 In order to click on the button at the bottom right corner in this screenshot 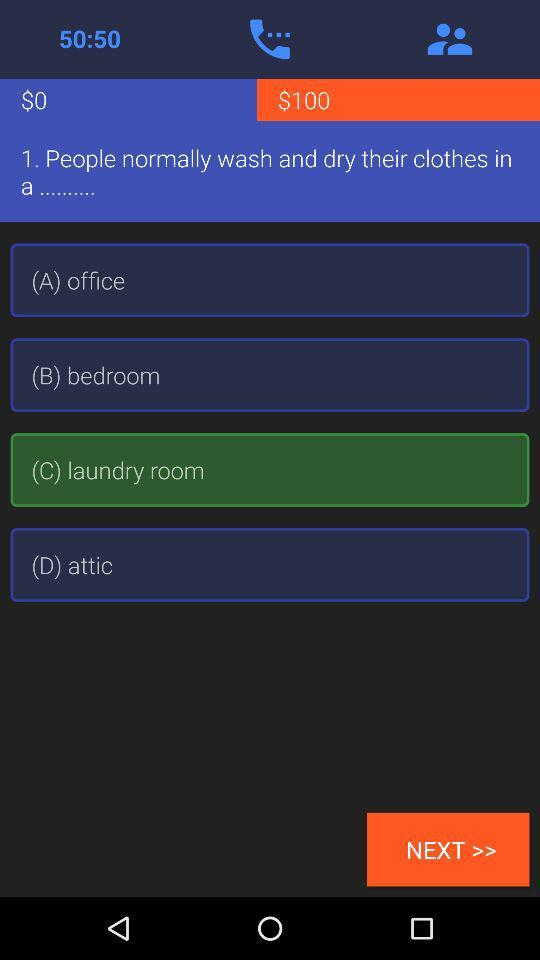, I will do `click(448, 848)`.